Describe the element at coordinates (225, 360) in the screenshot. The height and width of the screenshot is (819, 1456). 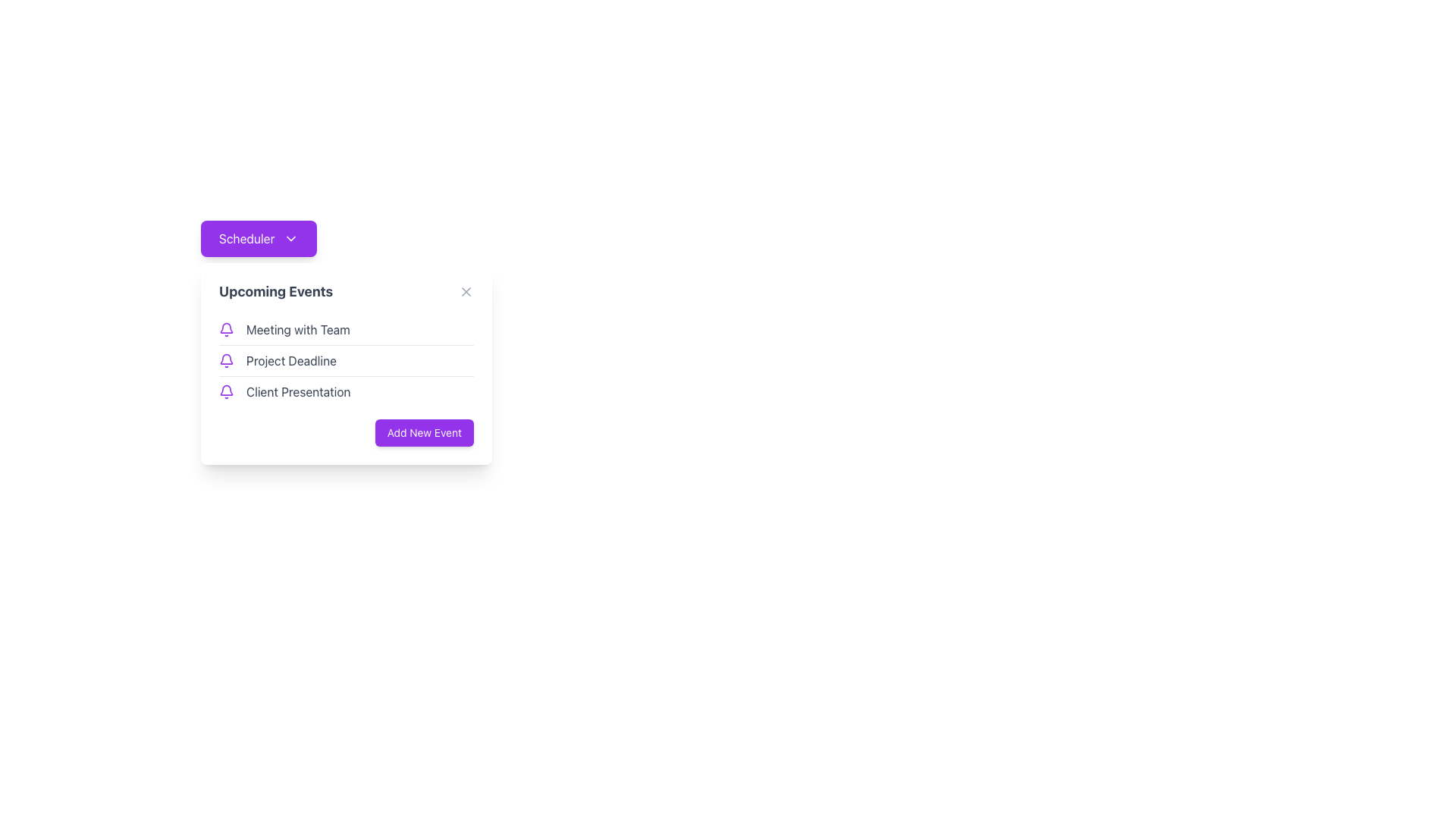
I see `the bell icon representing a notification for the 'Project Deadline' event, which is the second item in a vertical list of upcoming events` at that location.